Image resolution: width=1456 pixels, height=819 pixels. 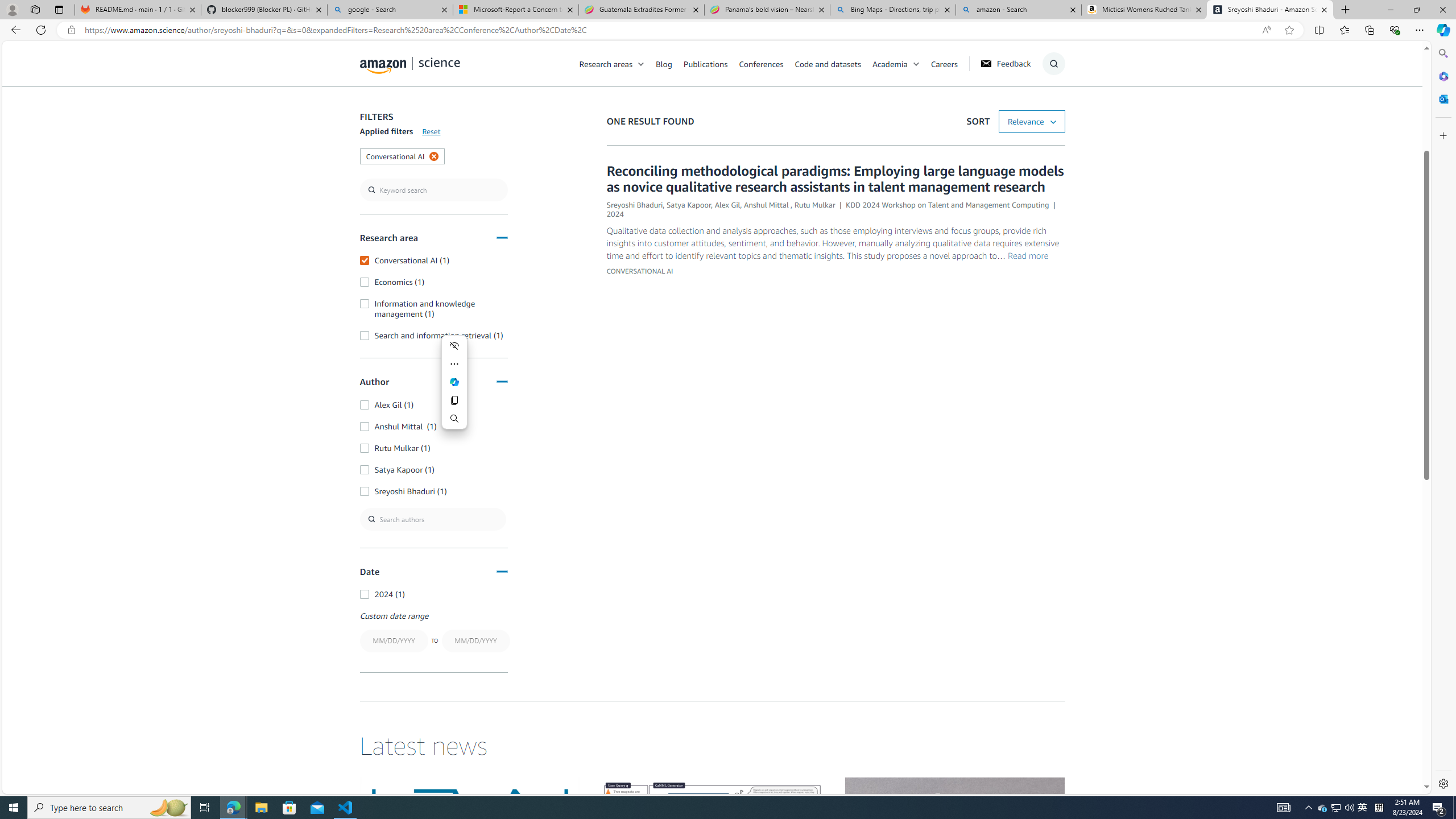 What do you see at coordinates (617, 63) in the screenshot?
I see `'Research areas'` at bounding box center [617, 63].